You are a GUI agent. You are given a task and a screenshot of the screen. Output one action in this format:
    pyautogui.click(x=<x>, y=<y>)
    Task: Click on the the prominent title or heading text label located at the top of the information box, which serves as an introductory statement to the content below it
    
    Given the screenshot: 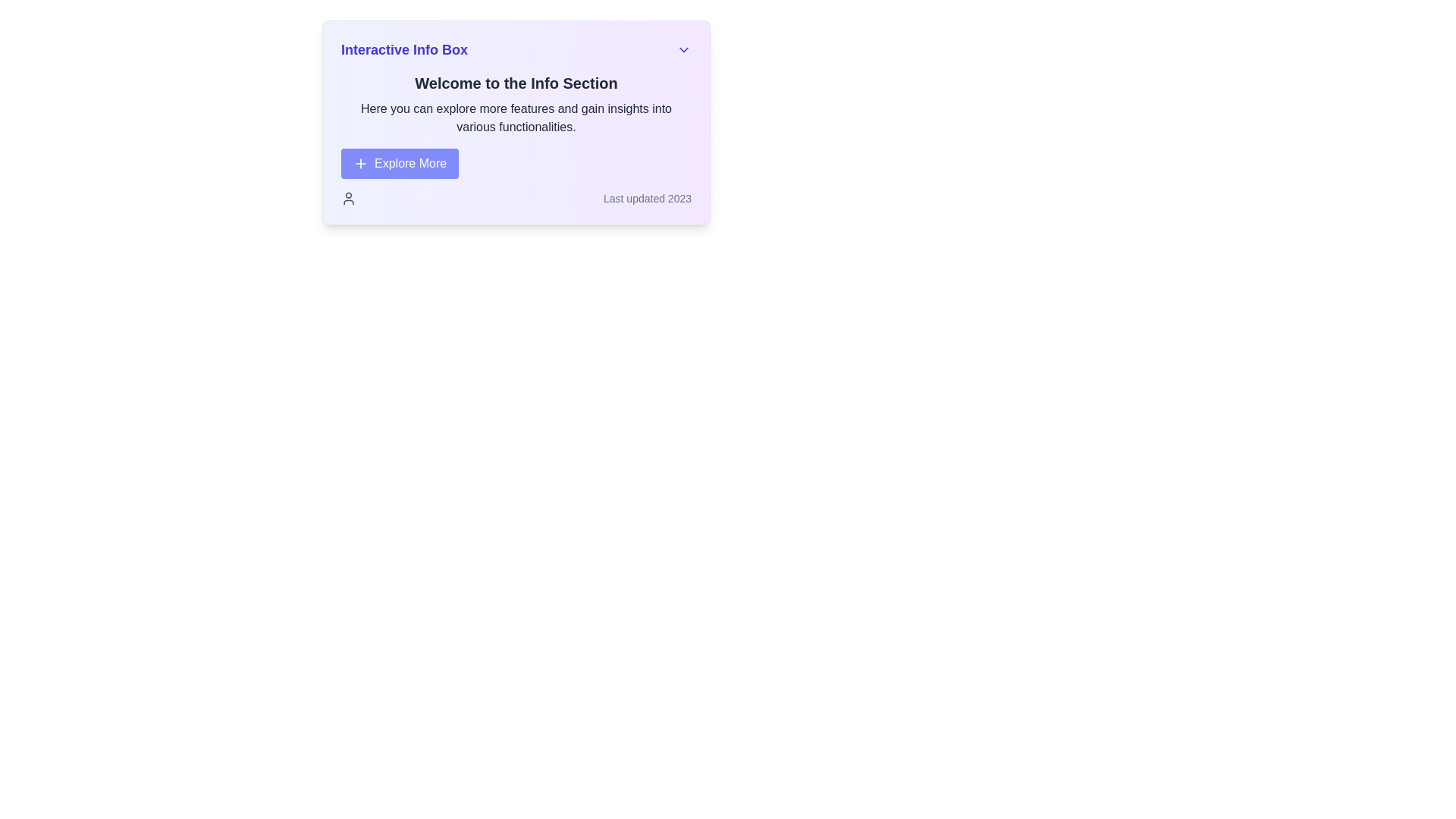 What is the action you would take?
    pyautogui.click(x=516, y=83)
    